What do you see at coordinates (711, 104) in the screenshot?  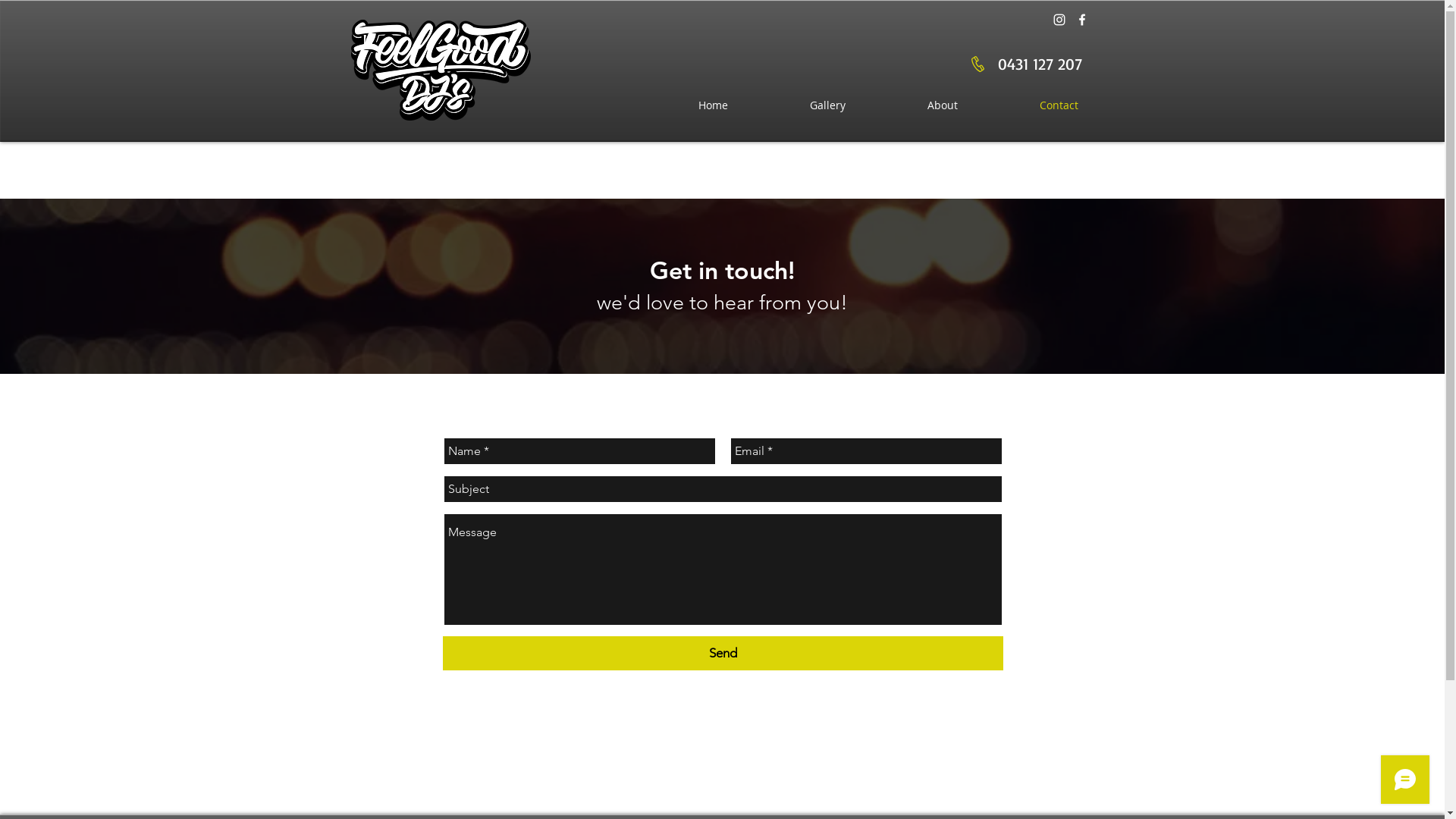 I see `'Home'` at bounding box center [711, 104].